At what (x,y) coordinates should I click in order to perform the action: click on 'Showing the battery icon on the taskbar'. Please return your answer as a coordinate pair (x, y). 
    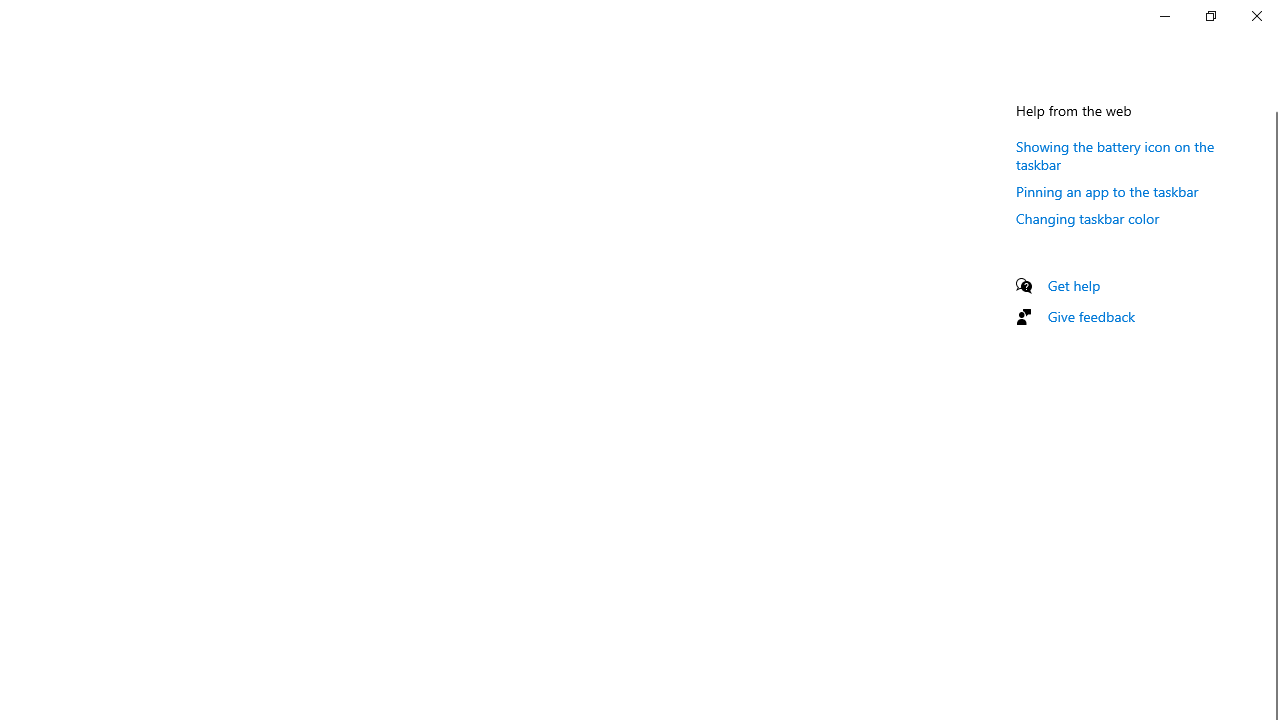
    Looking at the image, I should click on (1114, 154).